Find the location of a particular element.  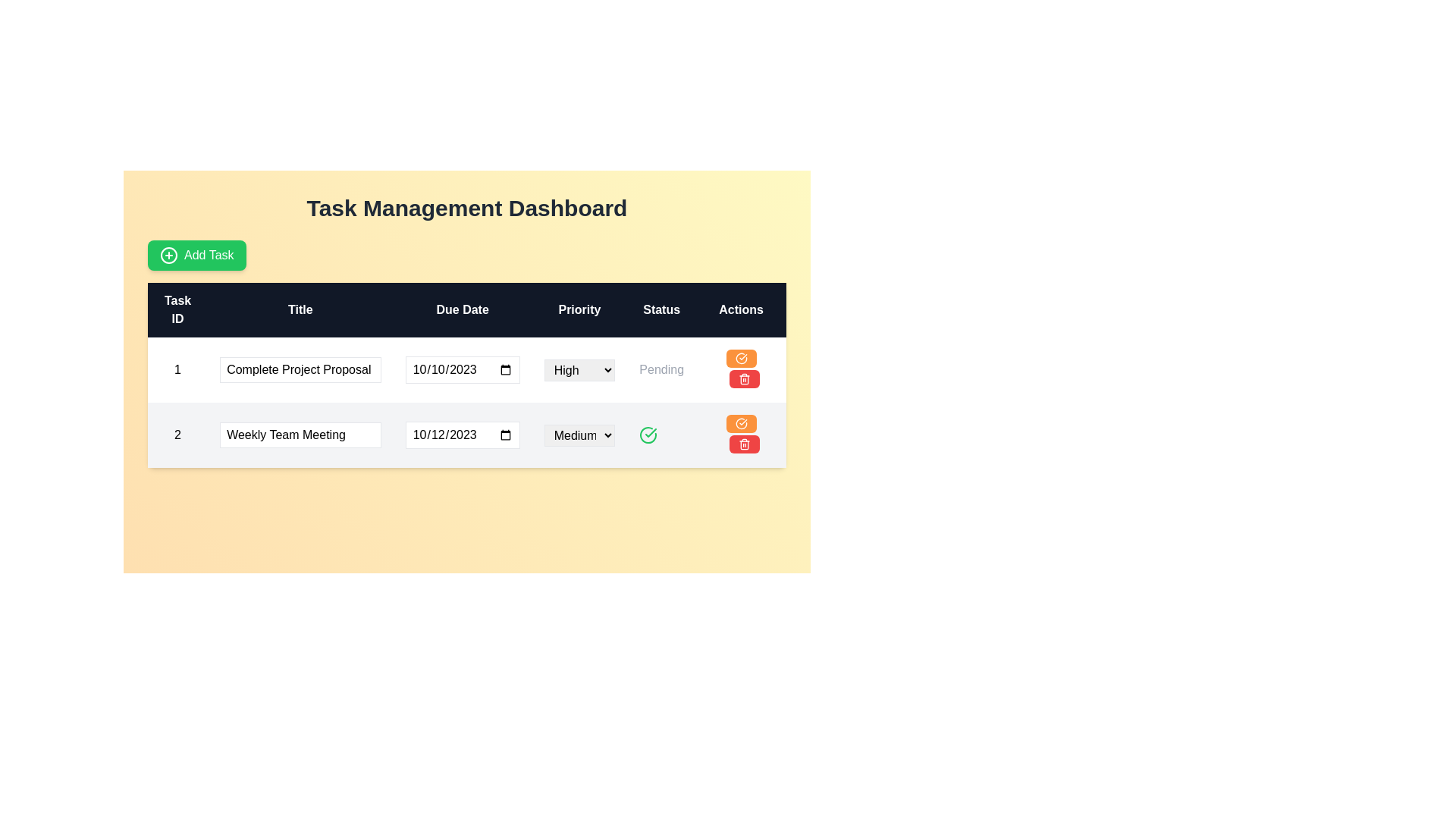

the delete button located in the 'Actions' column of the second row in the 'Task Management Dashboard' table is located at coordinates (744, 444).